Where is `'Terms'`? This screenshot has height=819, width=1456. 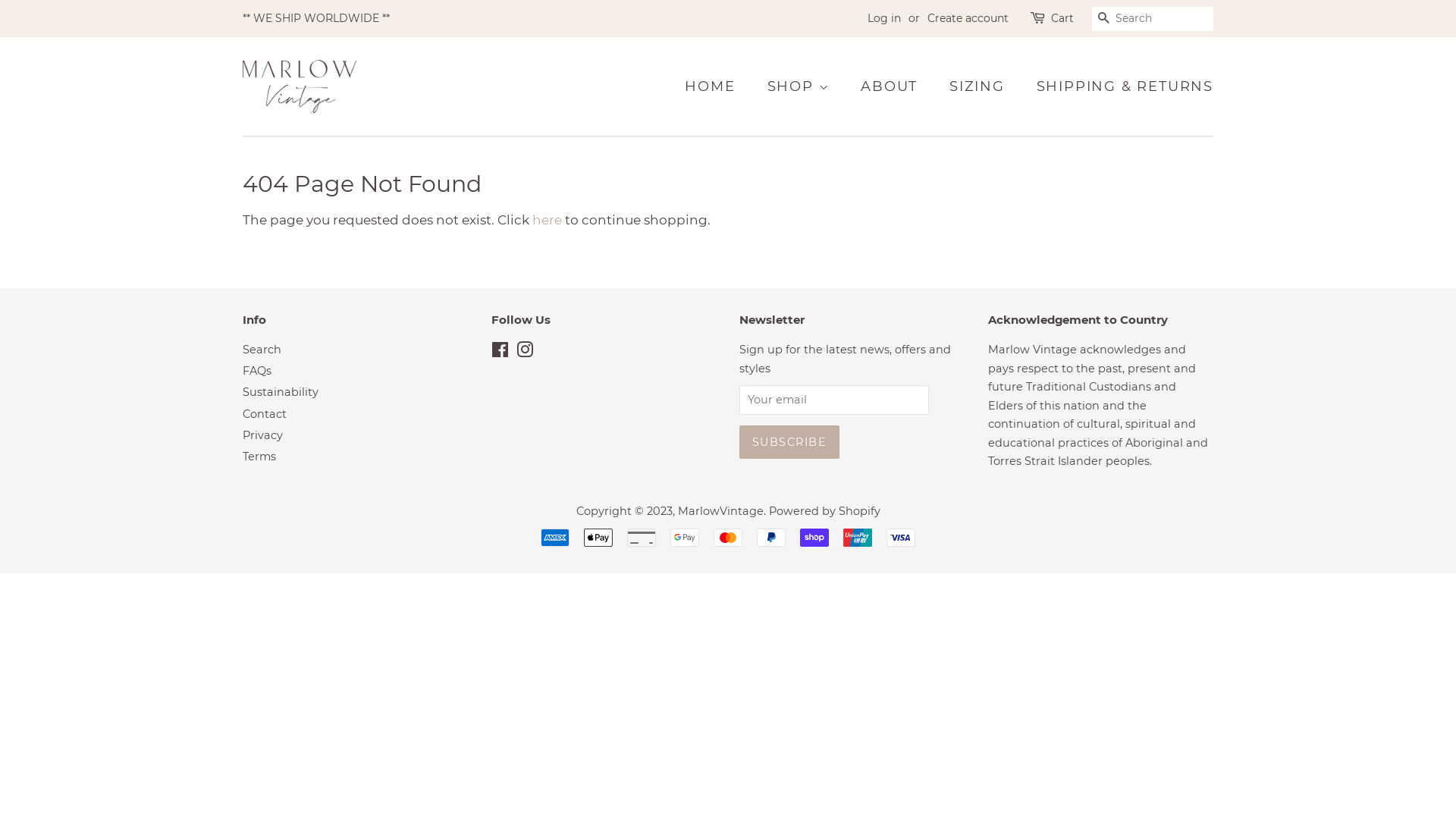
'Terms' is located at coordinates (243, 455).